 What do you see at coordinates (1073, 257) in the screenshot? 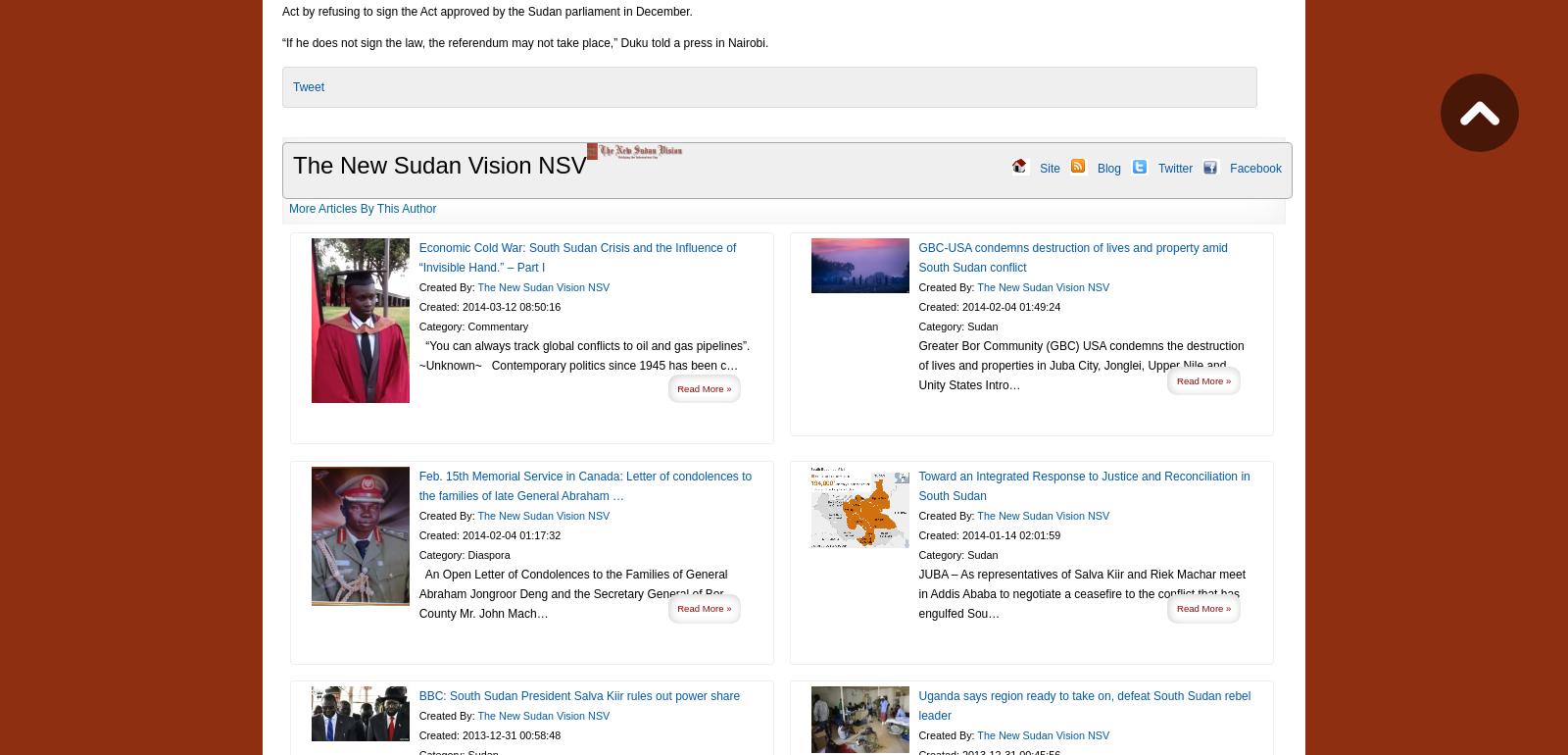
I see `'GBC-USA condemns destruction of lives and property amid South Sudan conflict'` at bounding box center [1073, 257].